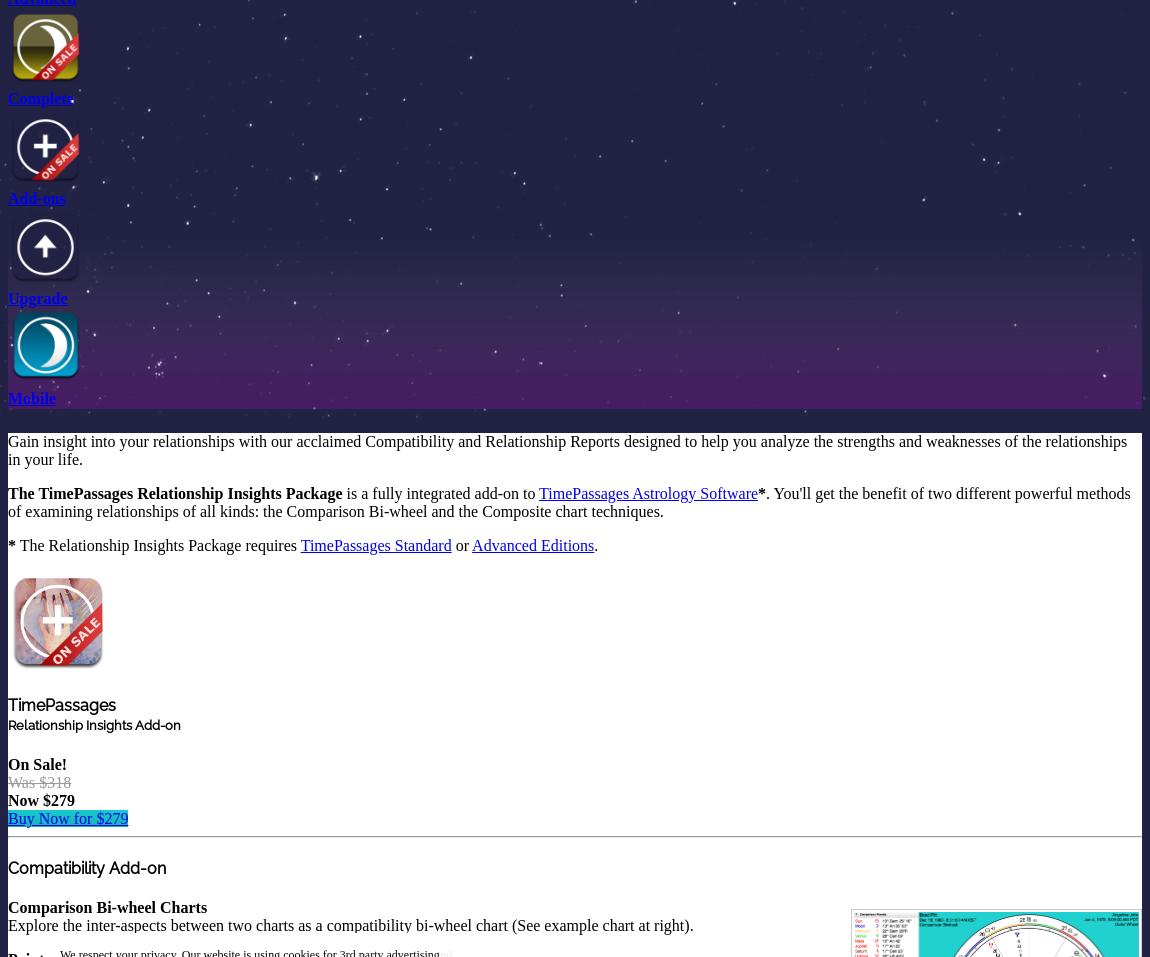  Describe the element at coordinates (60, 705) in the screenshot. I see `'TimePassages'` at that location.